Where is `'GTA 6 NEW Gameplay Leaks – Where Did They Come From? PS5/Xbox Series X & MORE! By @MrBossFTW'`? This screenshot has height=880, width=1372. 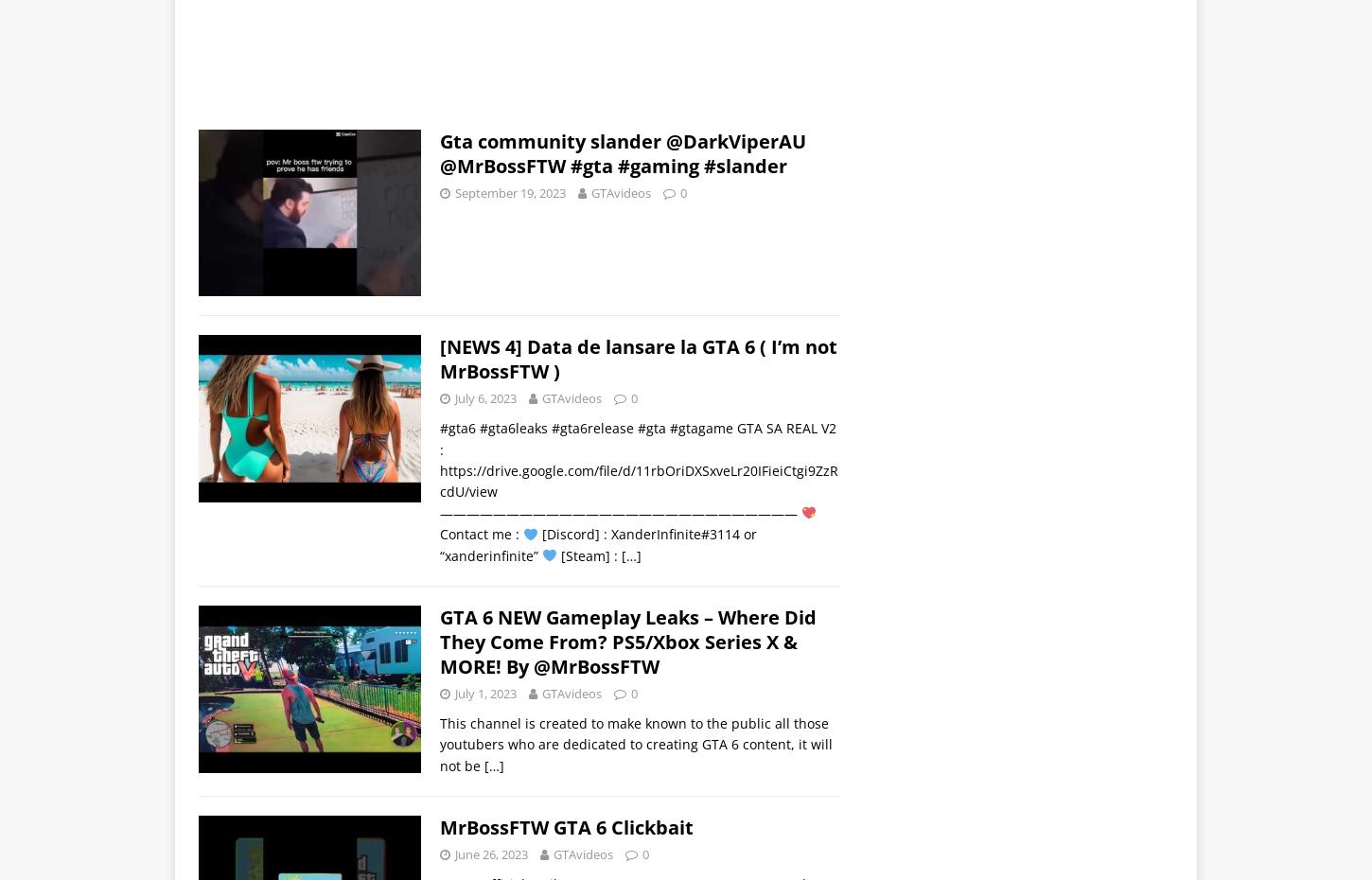 'GTA 6 NEW Gameplay Leaks – Where Did They Come From? PS5/Xbox Series X & MORE! By @MrBossFTW' is located at coordinates (626, 640).